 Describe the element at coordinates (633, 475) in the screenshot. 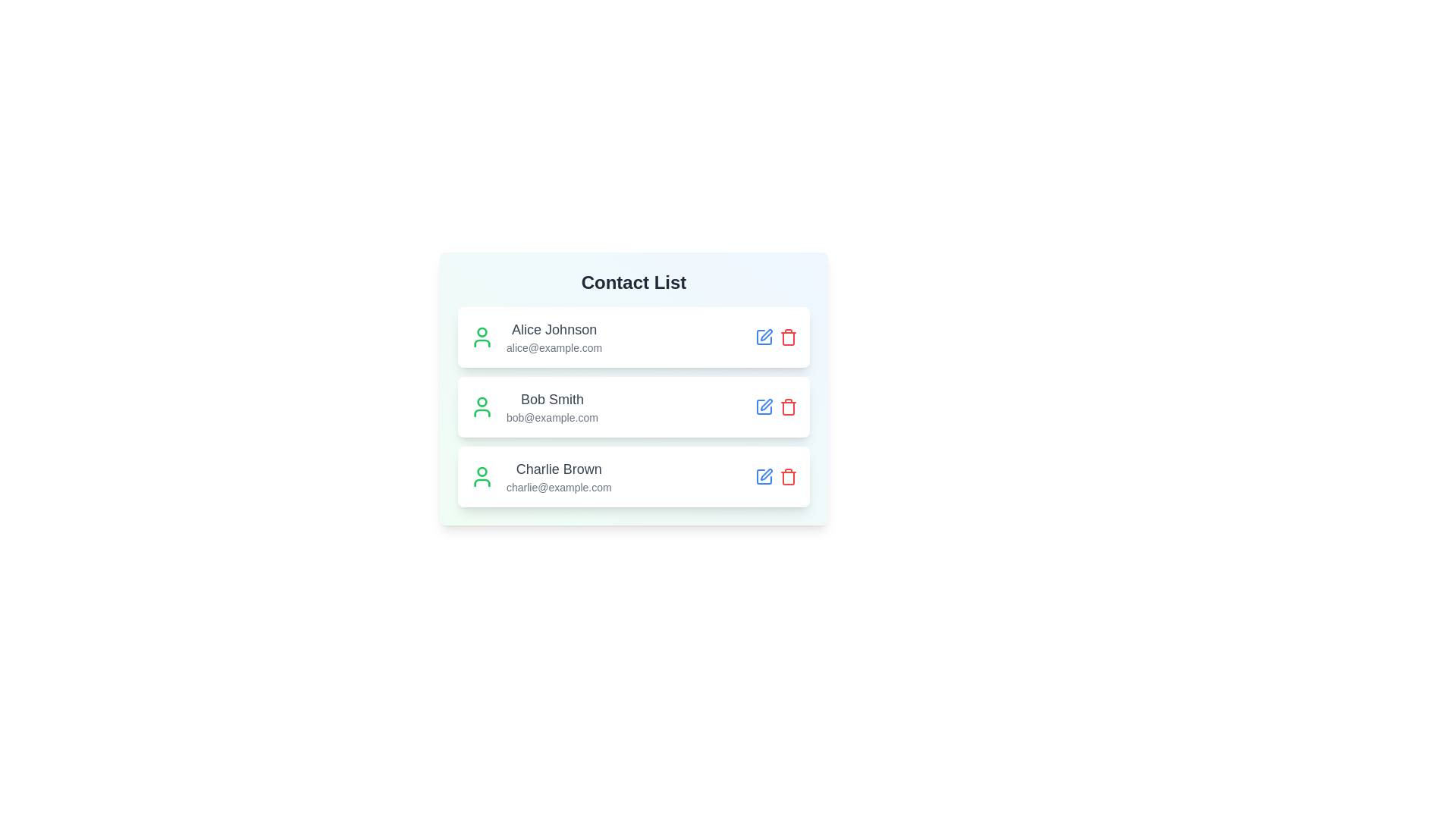

I see `the contact item corresponding to Charlie Brown` at that location.